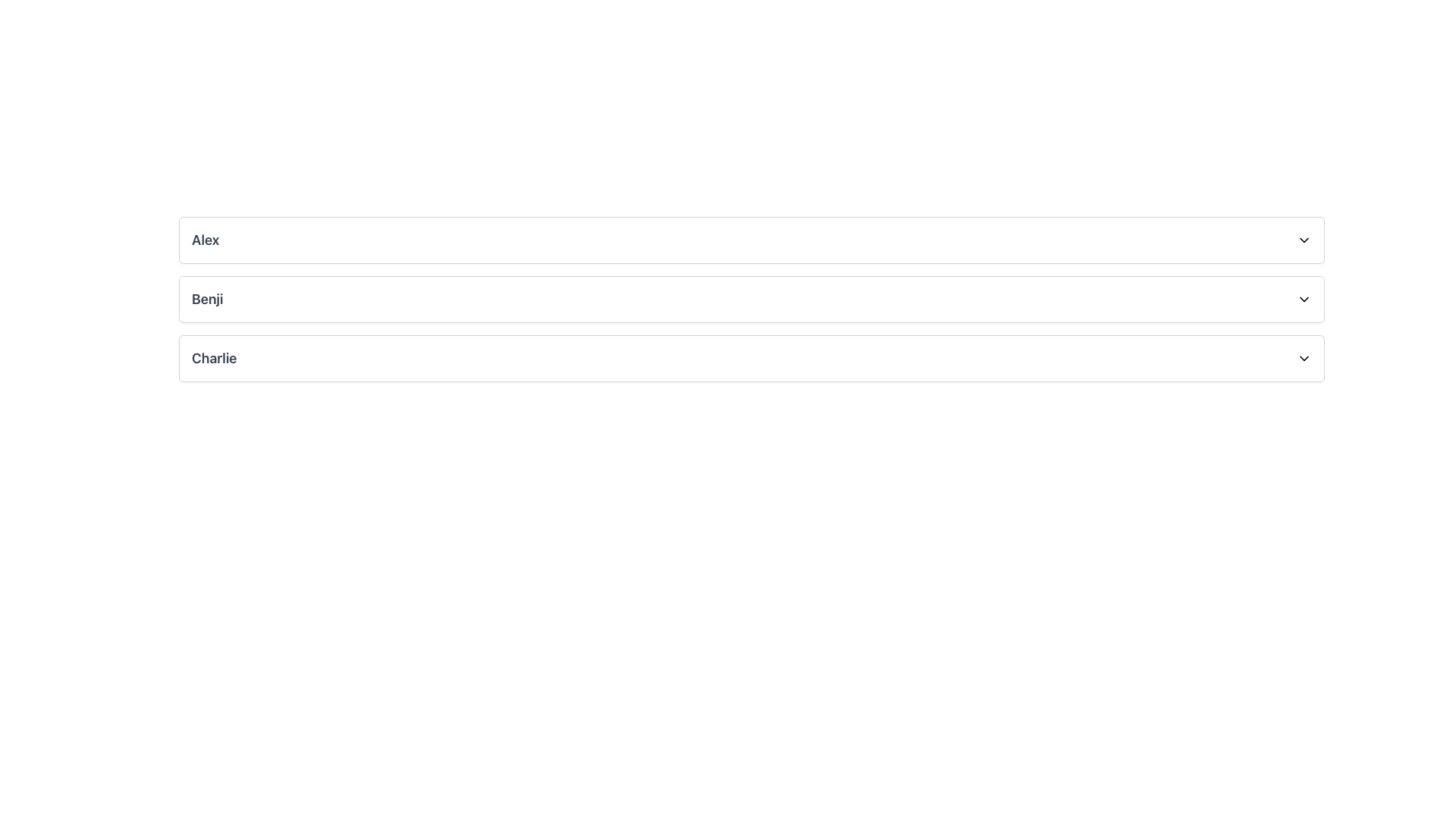 Image resolution: width=1456 pixels, height=819 pixels. Describe the element at coordinates (1303, 359) in the screenshot. I see `the Dropdown arrow icon located to the far right of the row labeled 'Charlie' for visual feedback` at that location.